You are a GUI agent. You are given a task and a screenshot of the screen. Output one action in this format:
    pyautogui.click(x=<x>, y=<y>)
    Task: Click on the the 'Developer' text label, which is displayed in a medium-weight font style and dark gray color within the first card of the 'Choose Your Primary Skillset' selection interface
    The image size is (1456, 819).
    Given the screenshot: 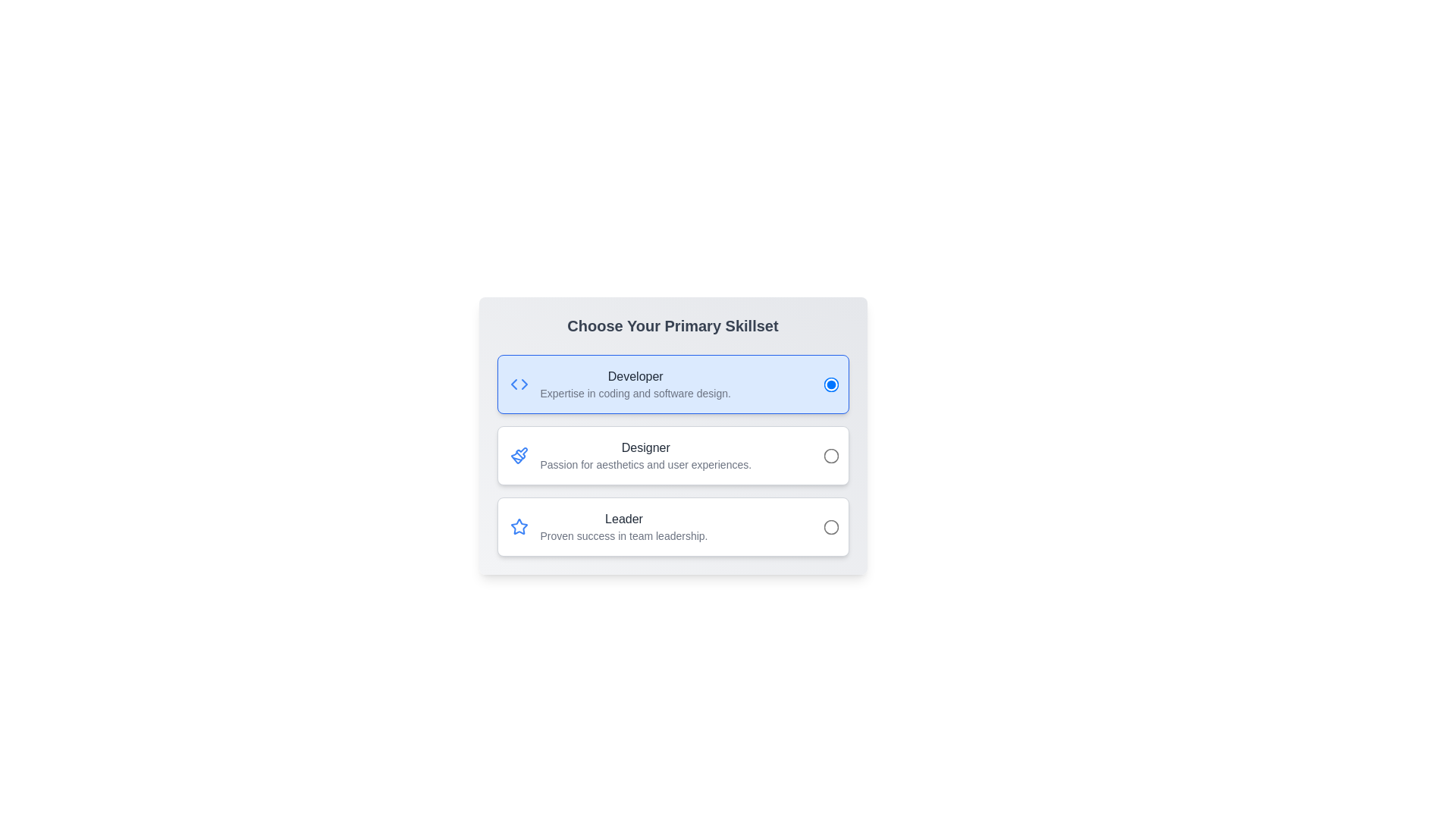 What is the action you would take?
    pyautogui.click(x=635, y=376)
    